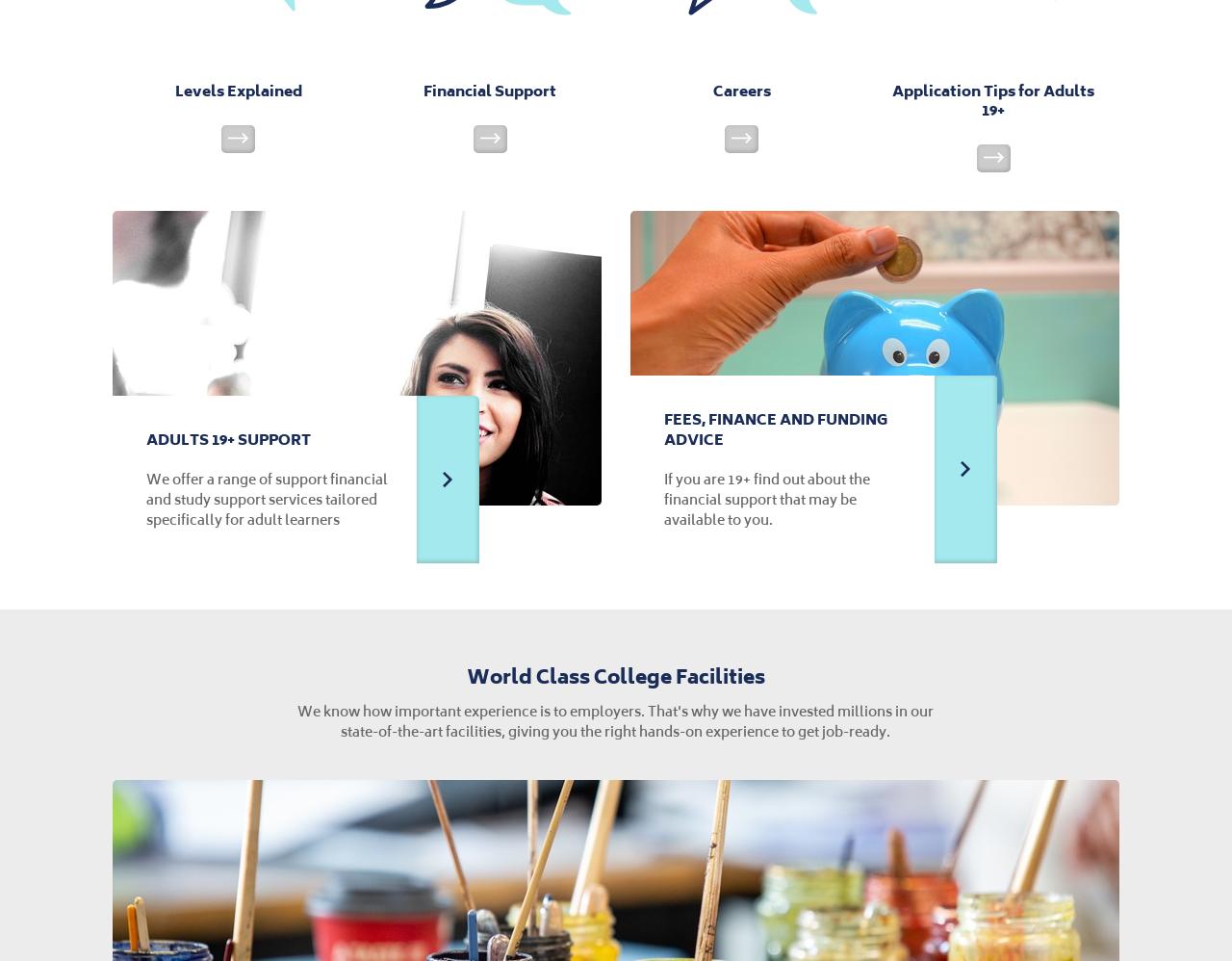  Describe the element at coordinates (490, 89) in the screenshot. I see `'Financial Support'` at that location.